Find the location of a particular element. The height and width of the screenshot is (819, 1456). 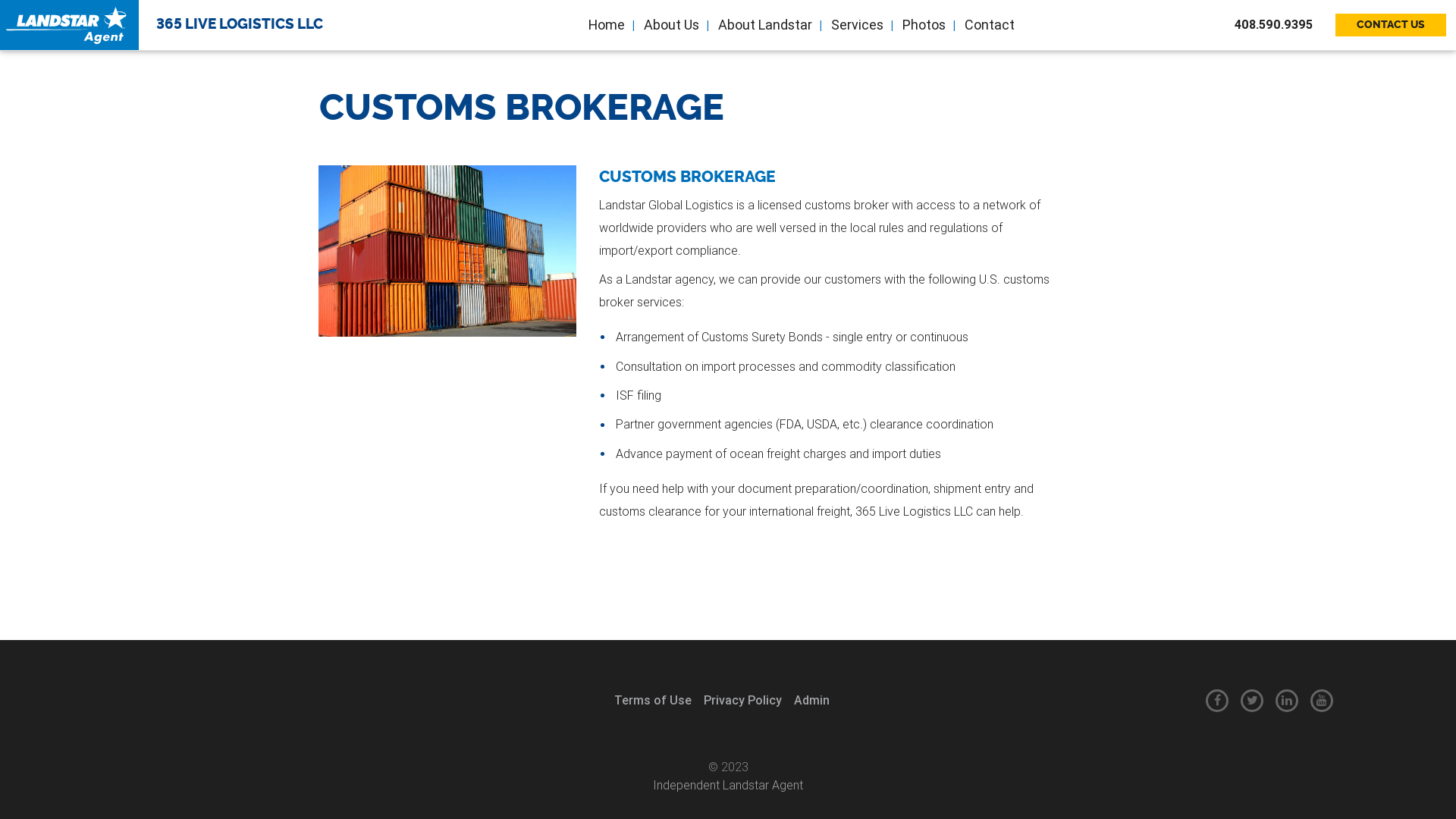

'CONTACT US' is located at coordinates (1390, 25).